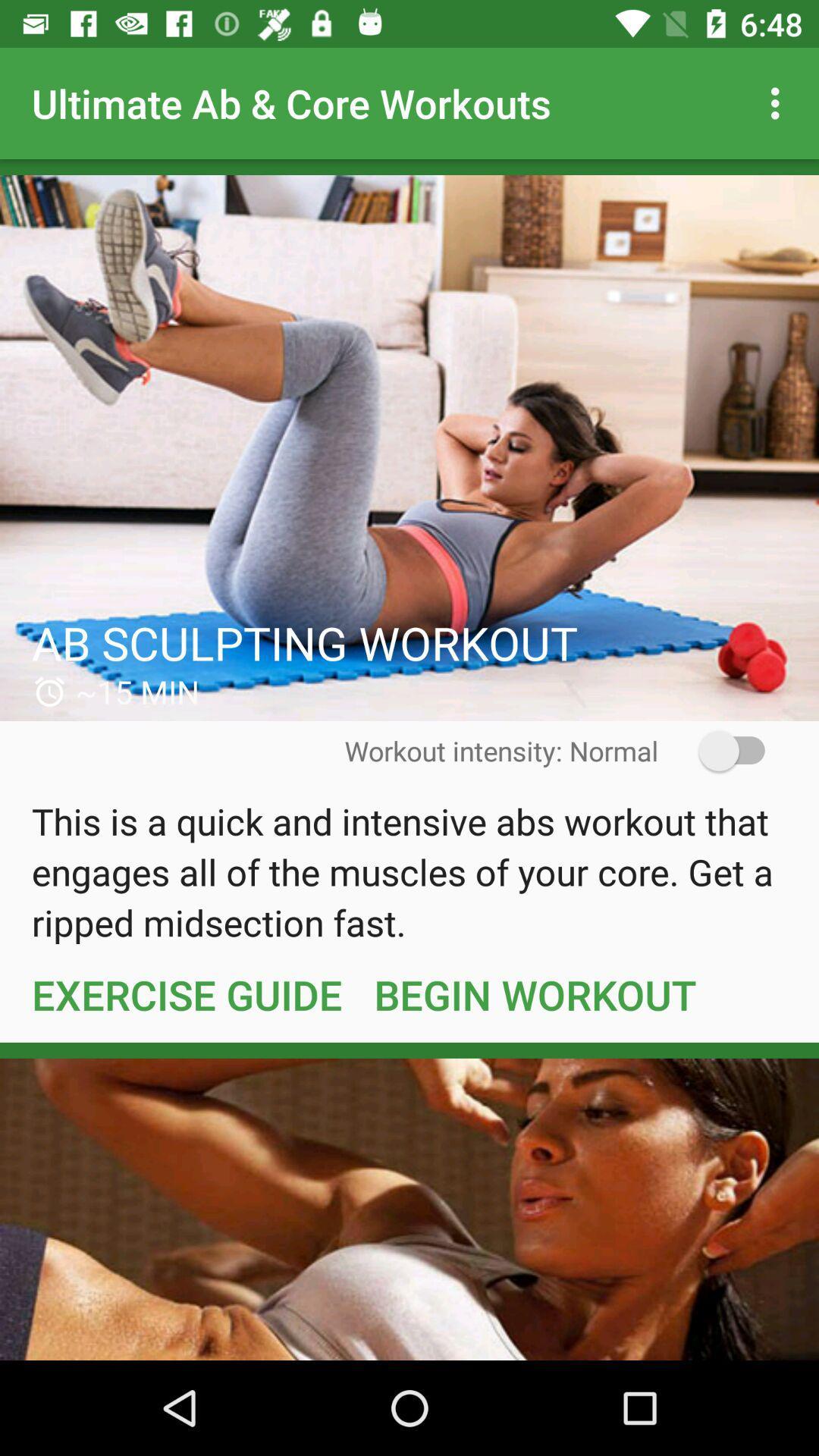  Describe the element at coordinates (779, 102) in the screenshot. I see `app next to the ultimate ab core item` at that location.